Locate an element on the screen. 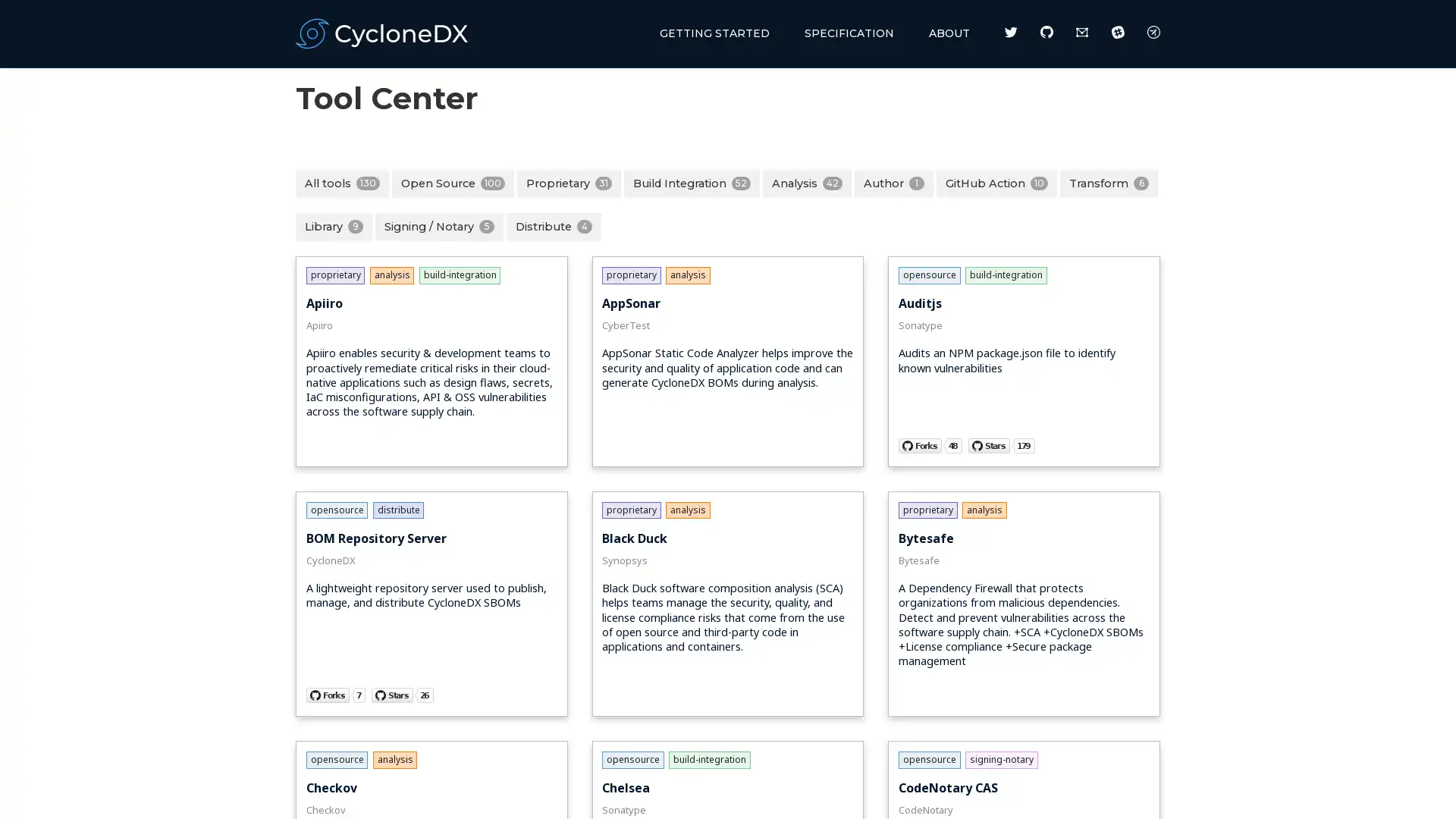 Image resolution: width=1456 pixels, height=819 pixels. All tools 130 is located at coordinates (341, 182).